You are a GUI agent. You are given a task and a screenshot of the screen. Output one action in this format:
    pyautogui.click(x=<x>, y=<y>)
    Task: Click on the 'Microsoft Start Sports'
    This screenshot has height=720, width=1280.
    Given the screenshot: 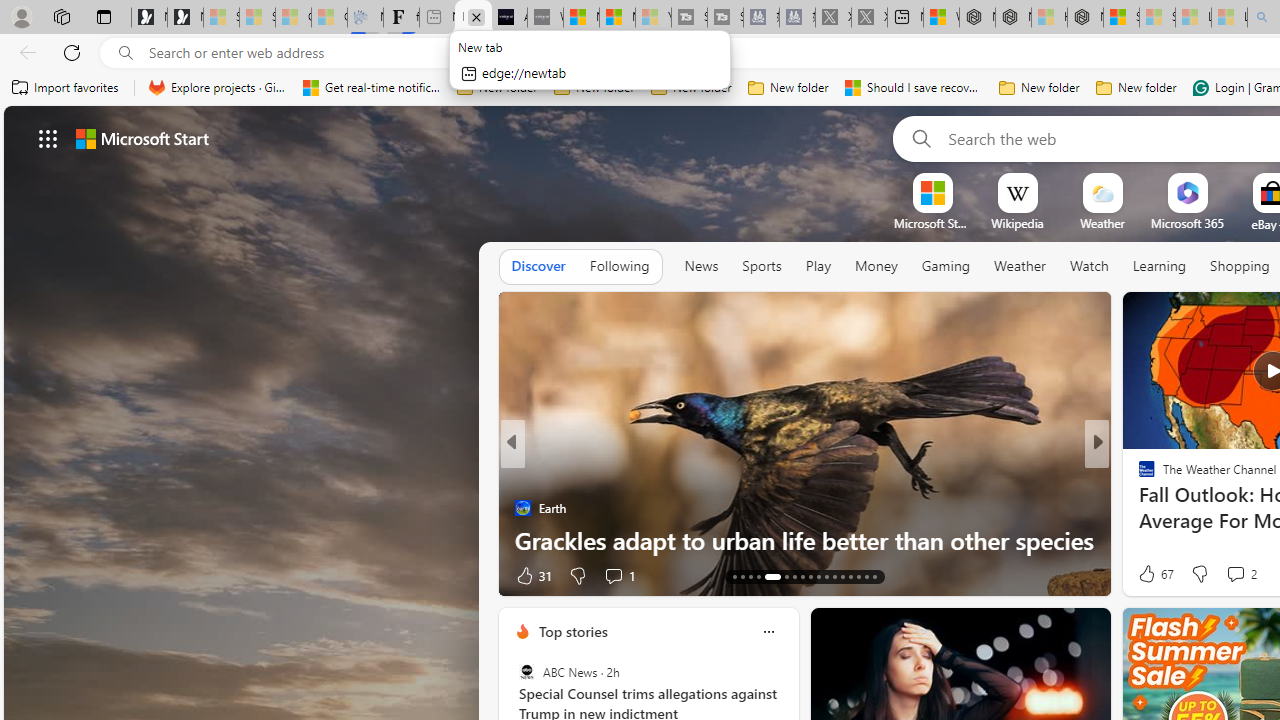 What is the action you would take?
    pyautogui.click(x=931, y=223)
    